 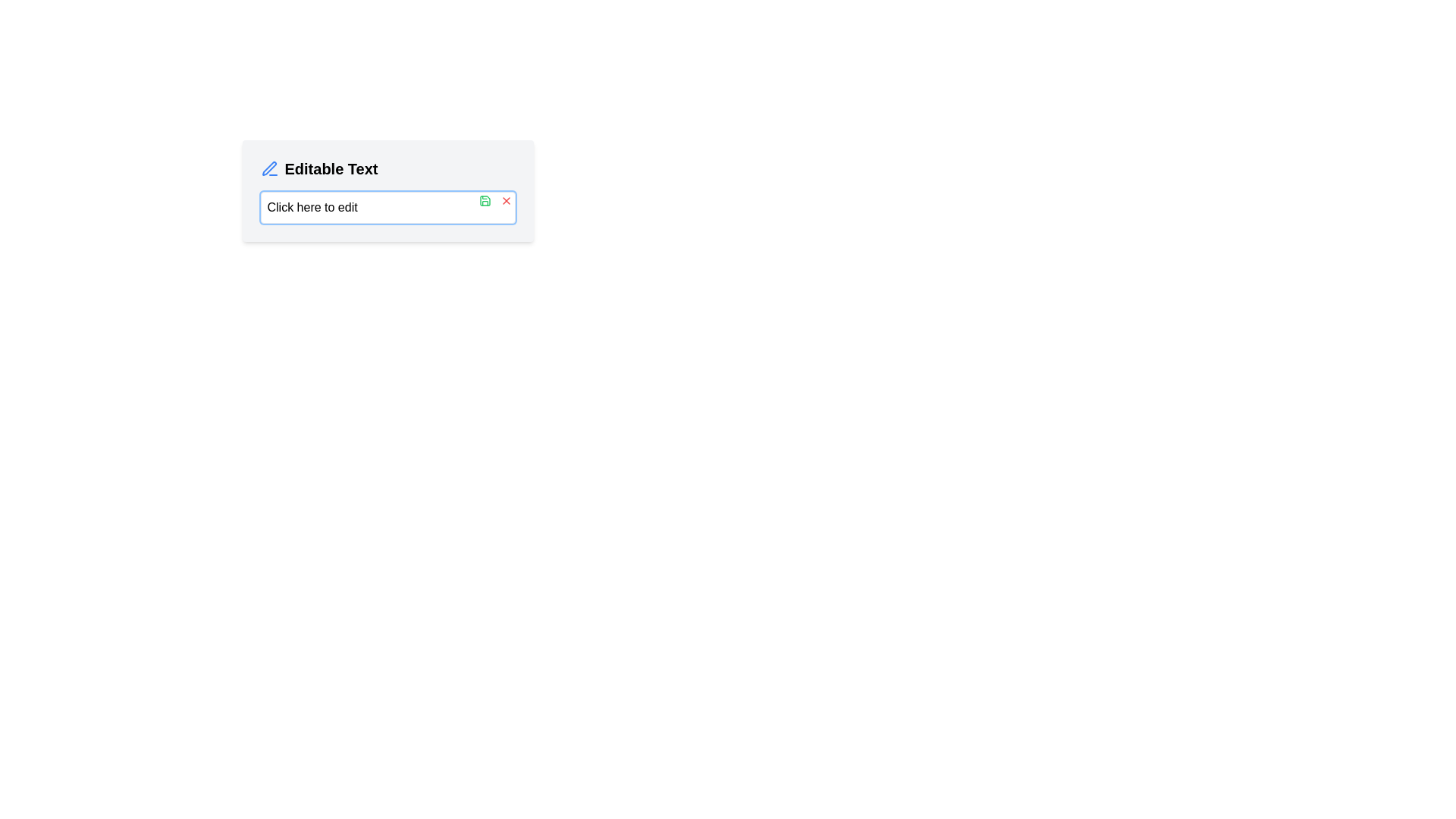 What do you see at coordinates (506, 200) in the screenshot?
I see `the close button located at the top-right corner of the 'Editable Text' input area` at bounding box center [506, 200].